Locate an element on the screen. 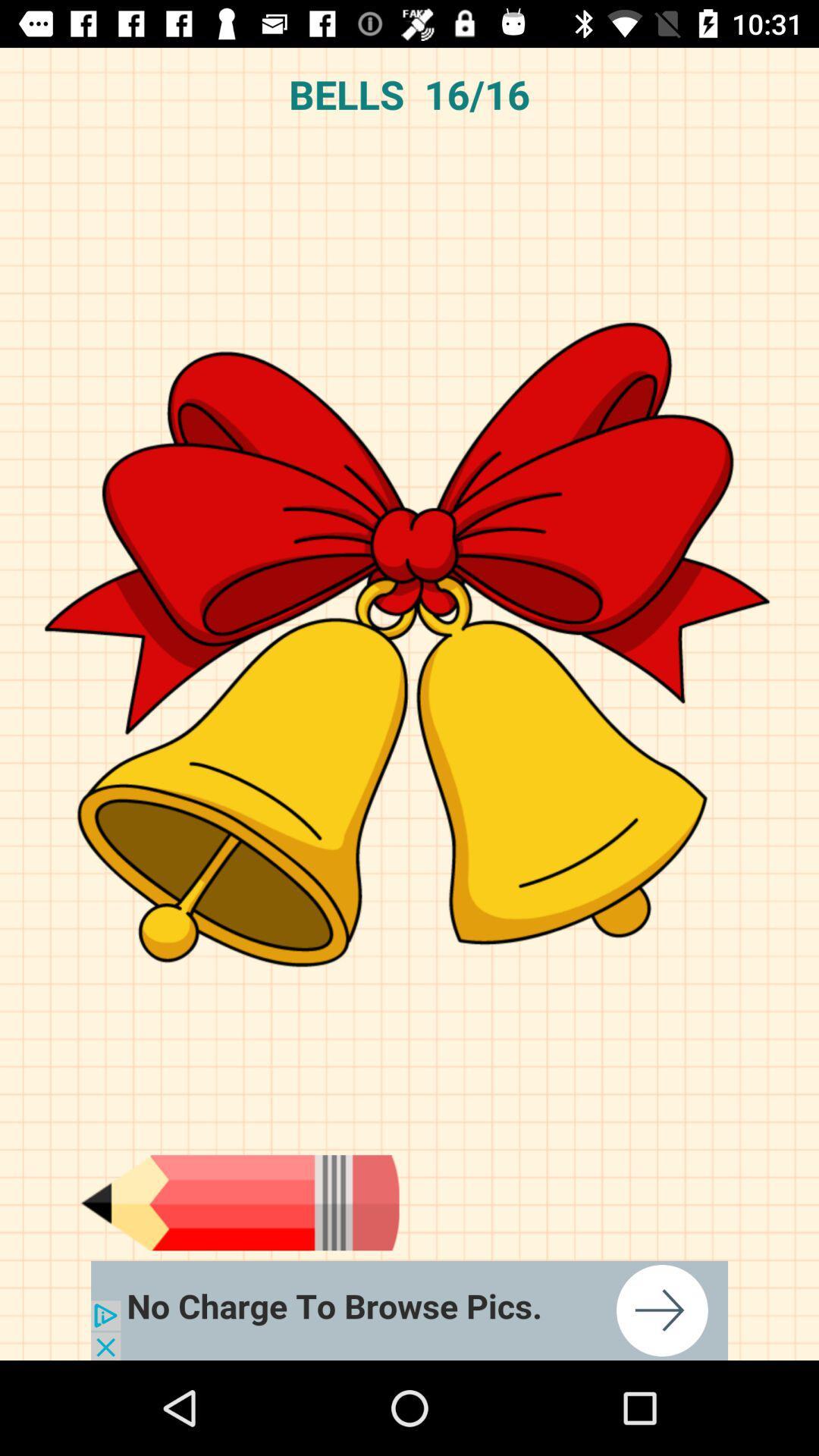 This screenshot has height=1456, width=819. next is located at coordinates (409, 1310).